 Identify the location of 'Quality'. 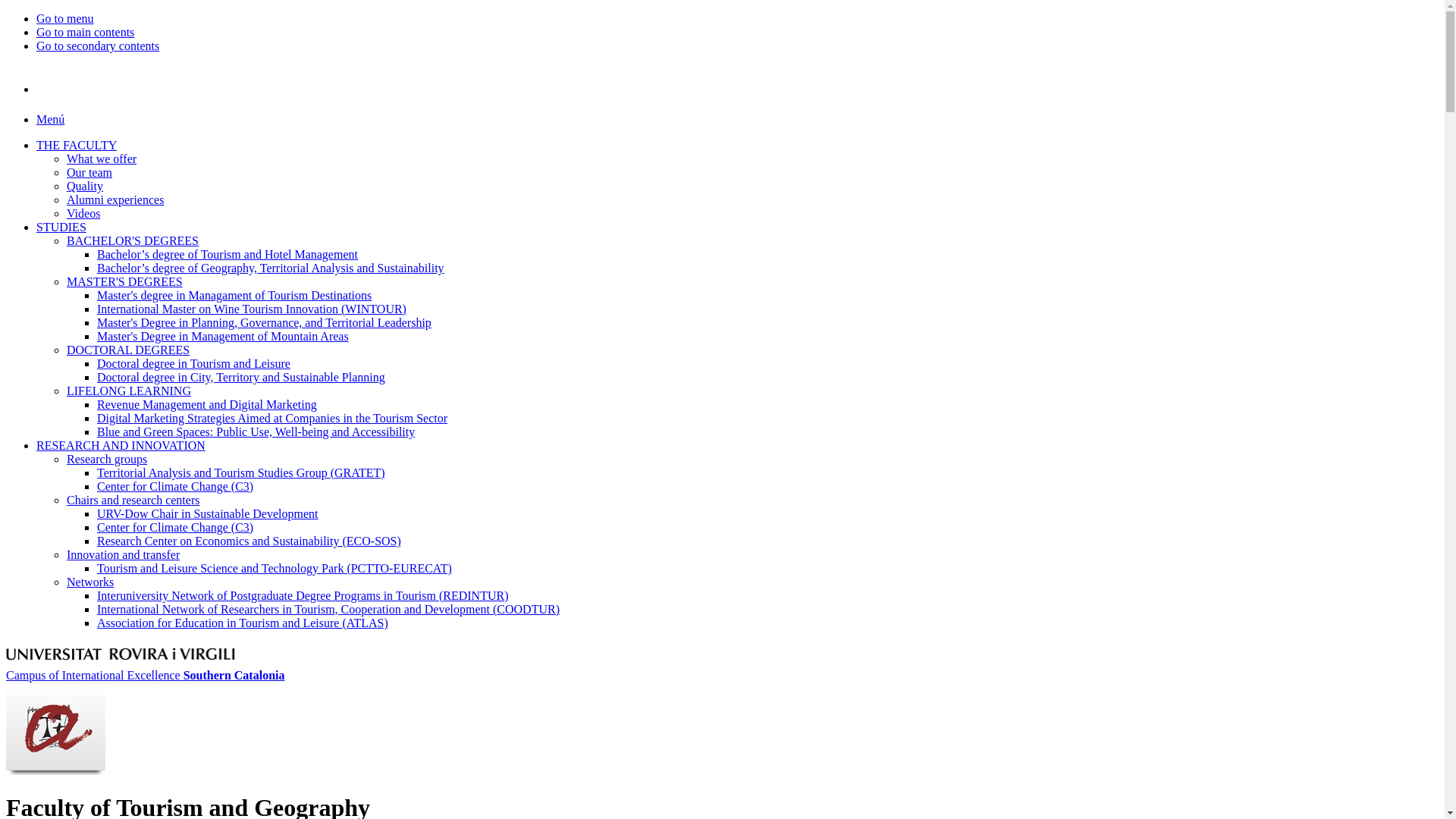
(83, 185).